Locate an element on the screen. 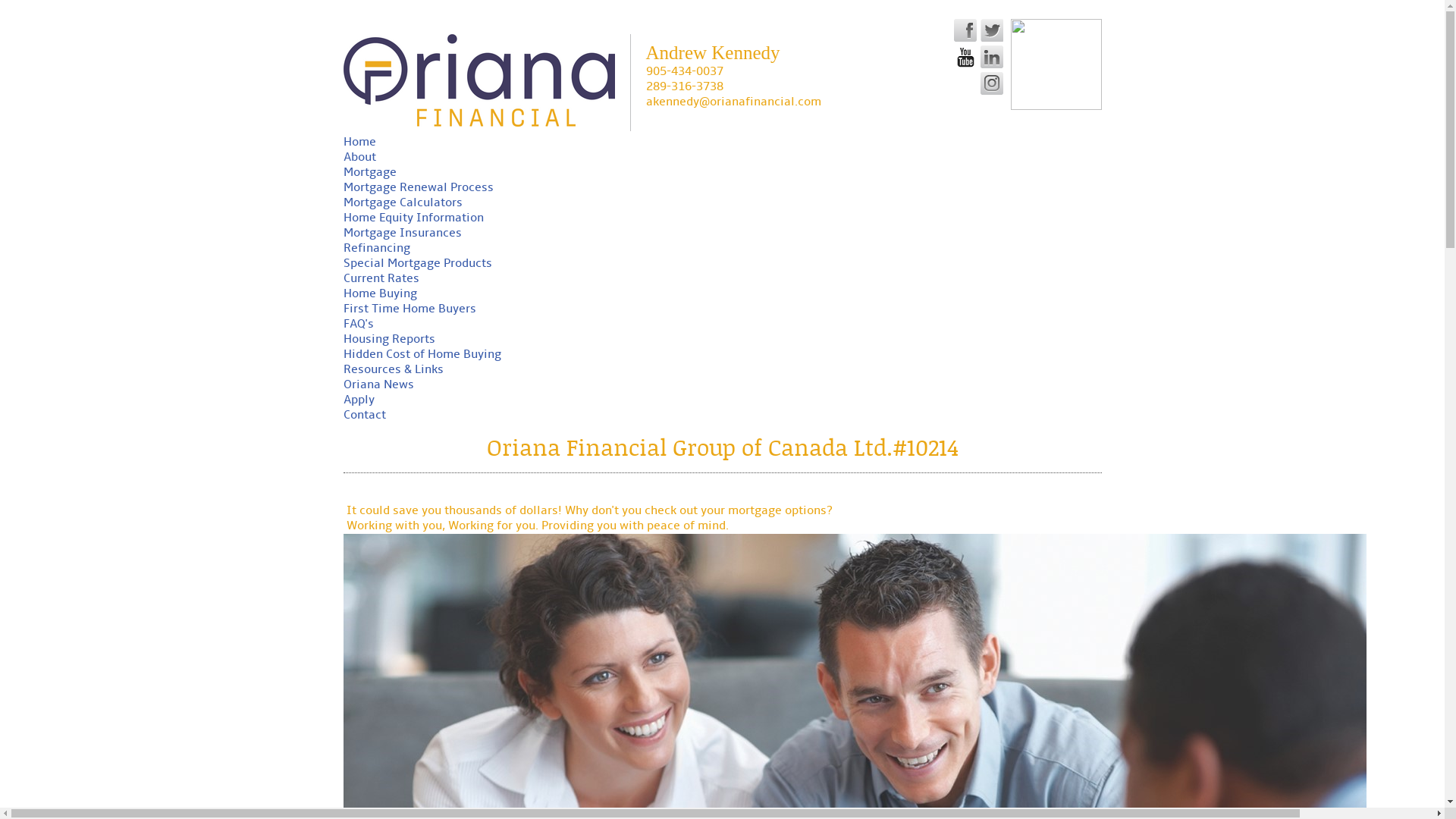  'Special Mortgage Products' is located at coordinates (417, 262).